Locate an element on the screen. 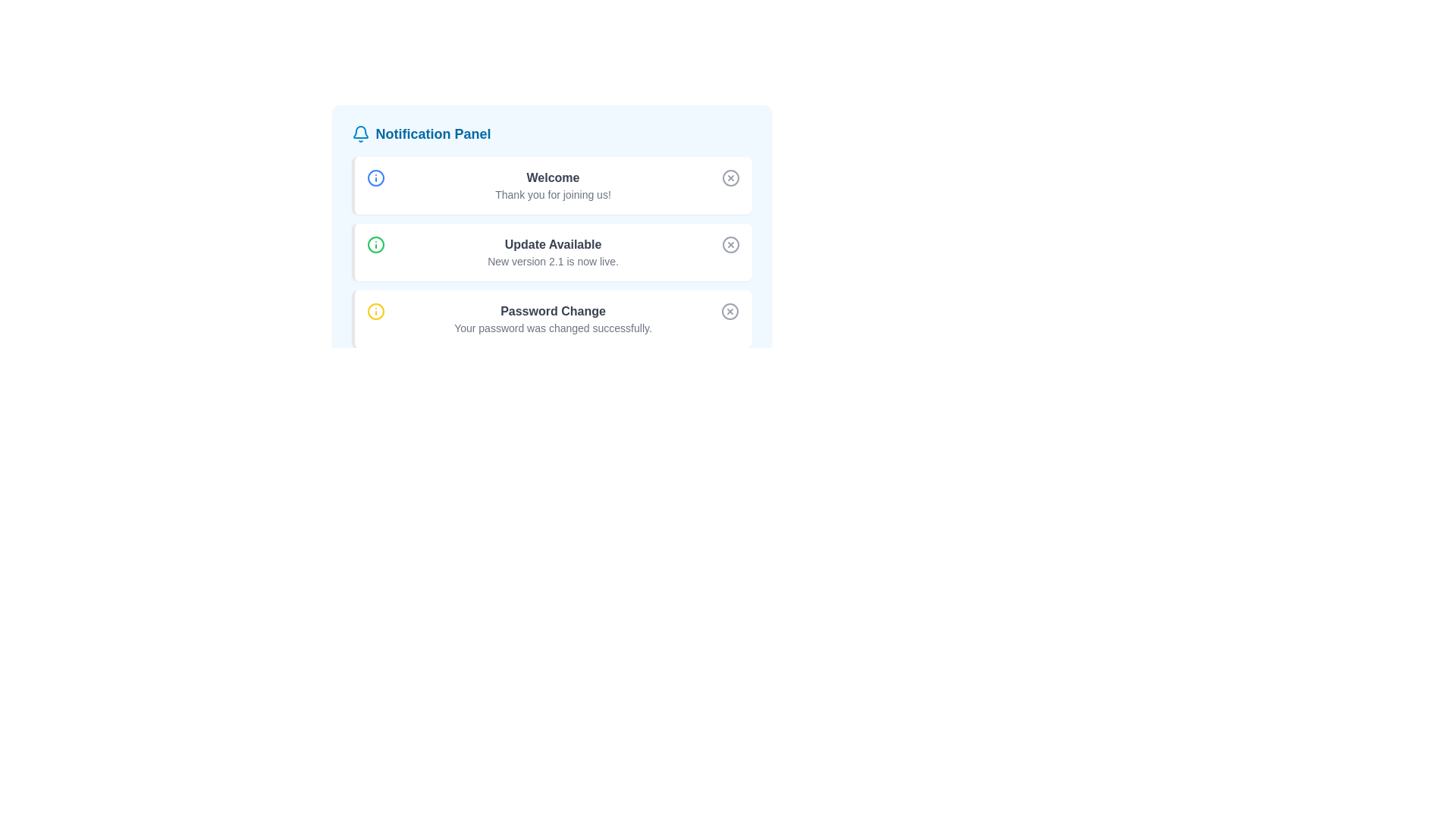  the bell-shaped notification icon located at the leftmost position of the 'Notification Panel' header, which is styled with a blue stroke is located at coordinates (359, 133).